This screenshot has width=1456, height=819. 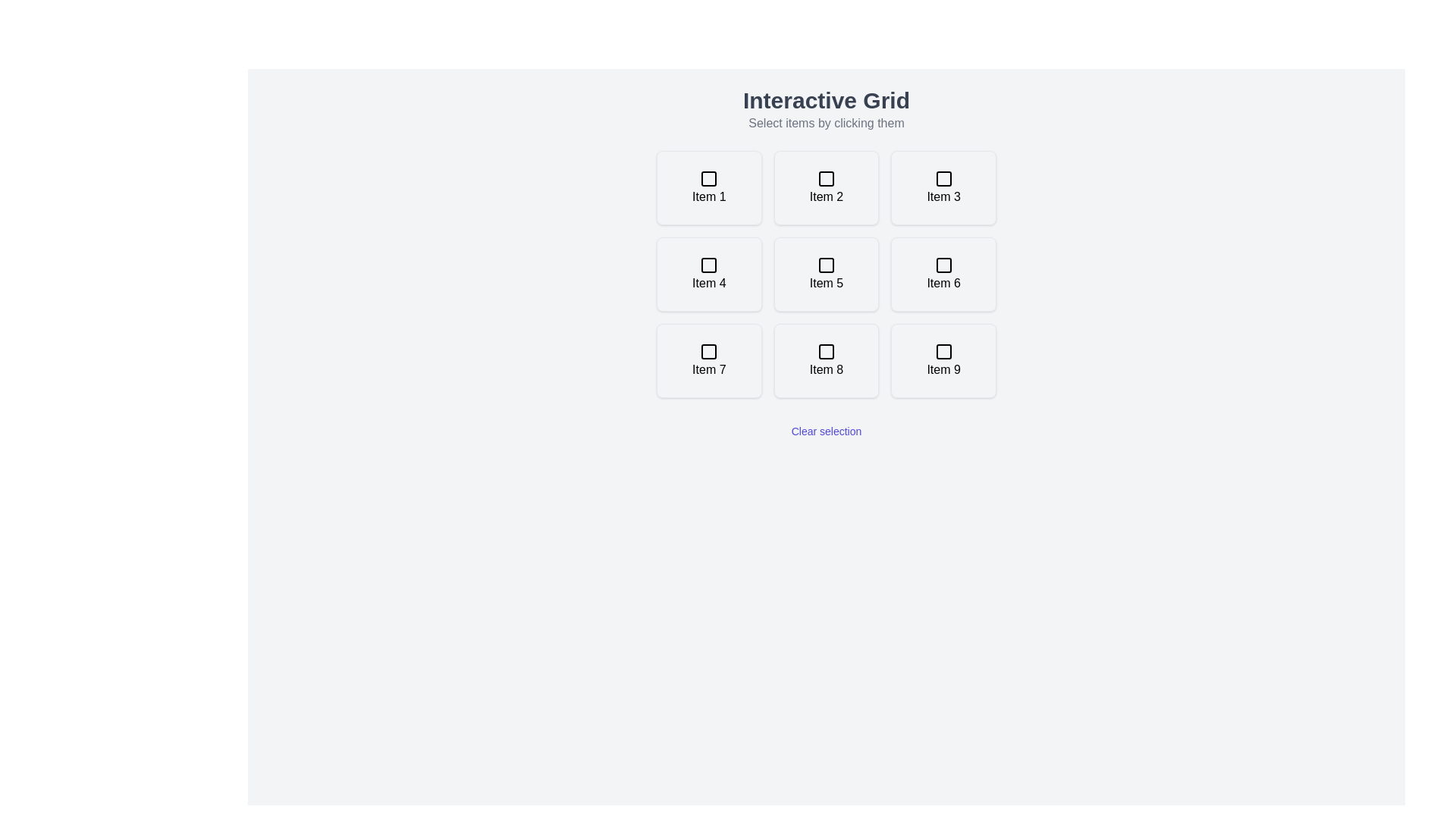 What do you see at coordinates (825, 265) in the screenshot?
I see `the grid item icon representing 'Item 5', located centrally within the grid layout` at bounding box center [825, 265].